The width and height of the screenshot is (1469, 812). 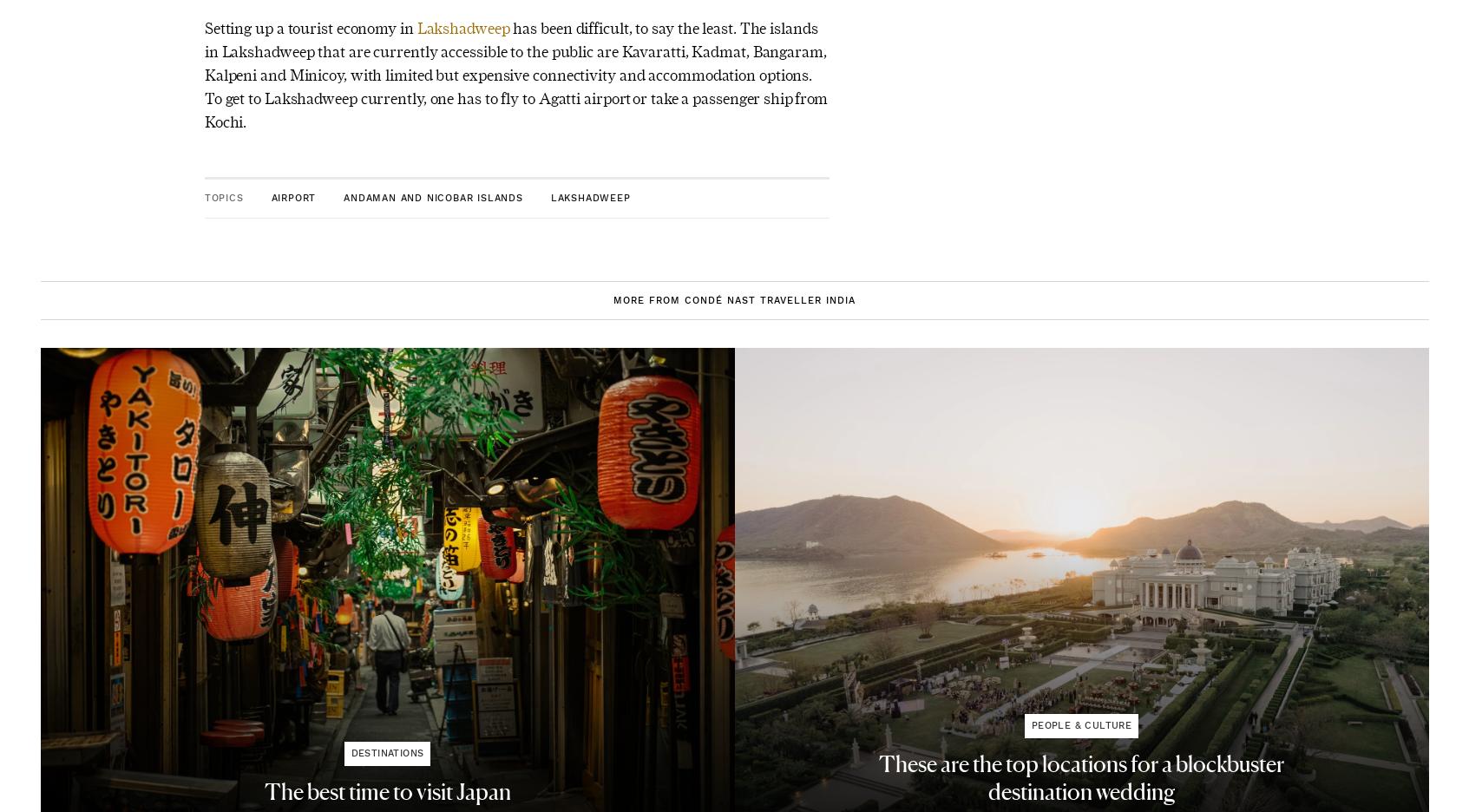 I want to click on 'Lakshadweep', so click(x=413, y=26).